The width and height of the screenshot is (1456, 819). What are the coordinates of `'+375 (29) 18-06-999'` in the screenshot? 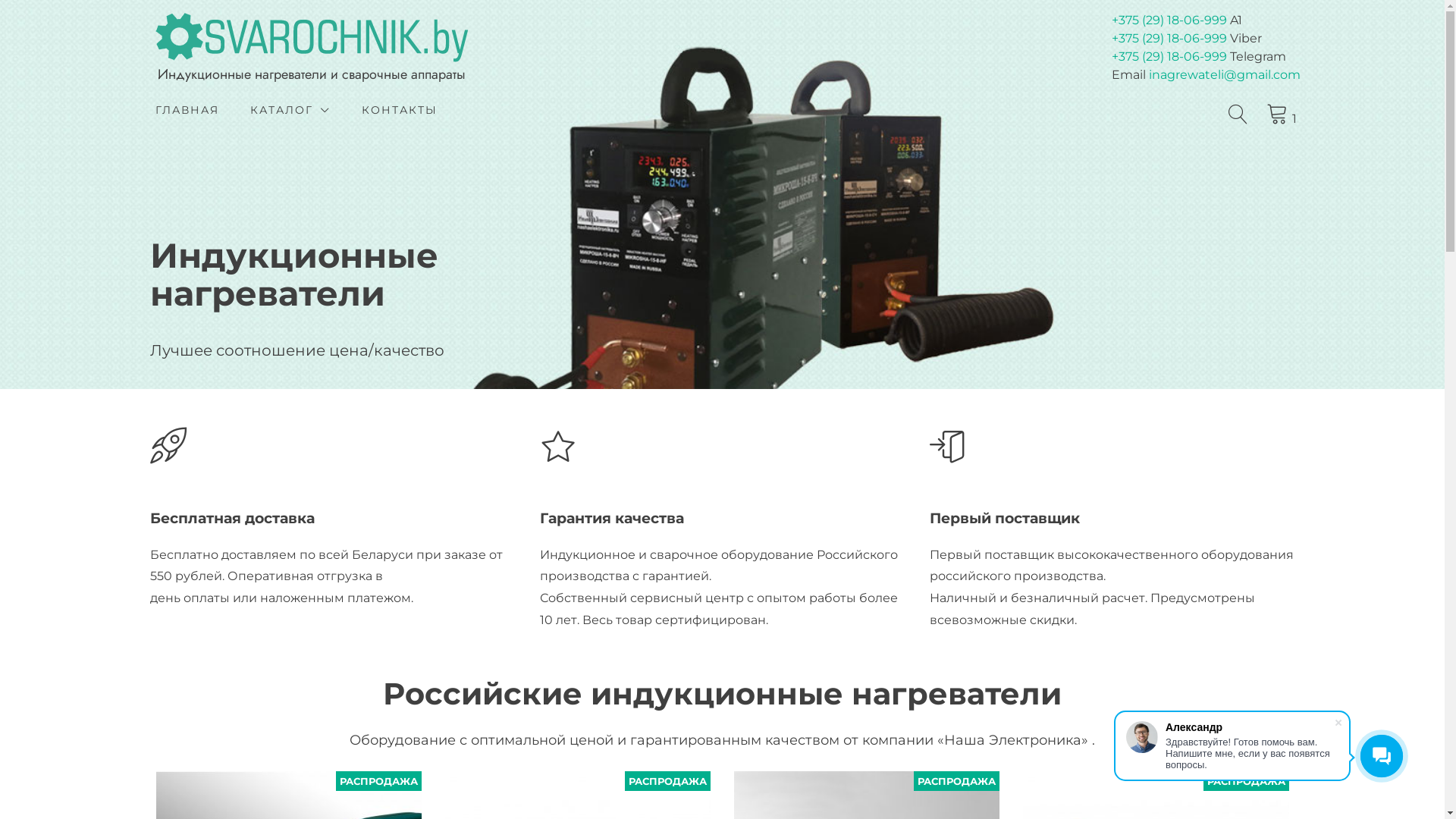 It's located at (1168, 20).